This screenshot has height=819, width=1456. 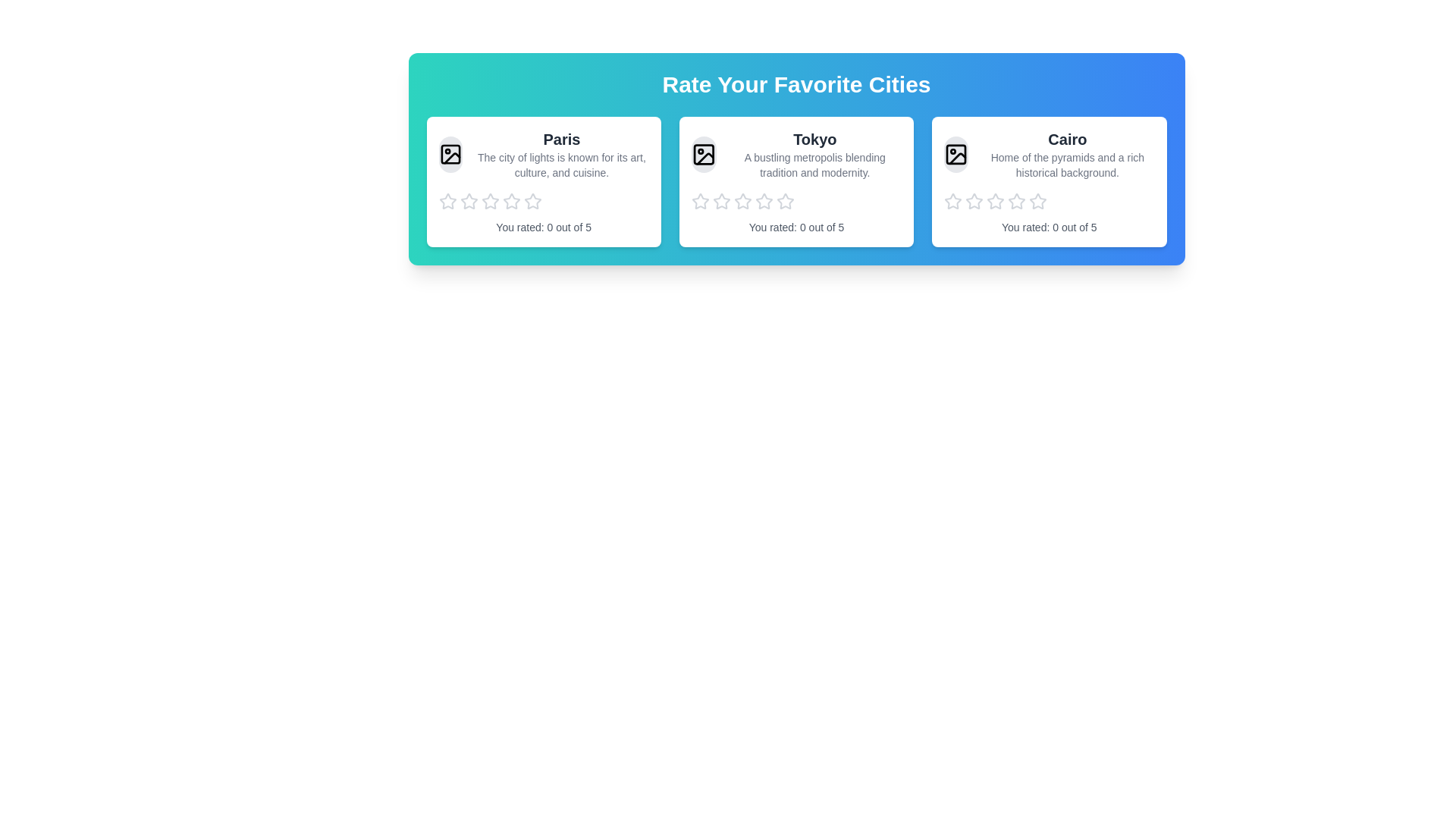 I want to click on text content of the Text block that describes the city 'Cairo', located in the upper portion of the rightmost card beneath an outlined image placeholder, so click(x=1048, y=155).